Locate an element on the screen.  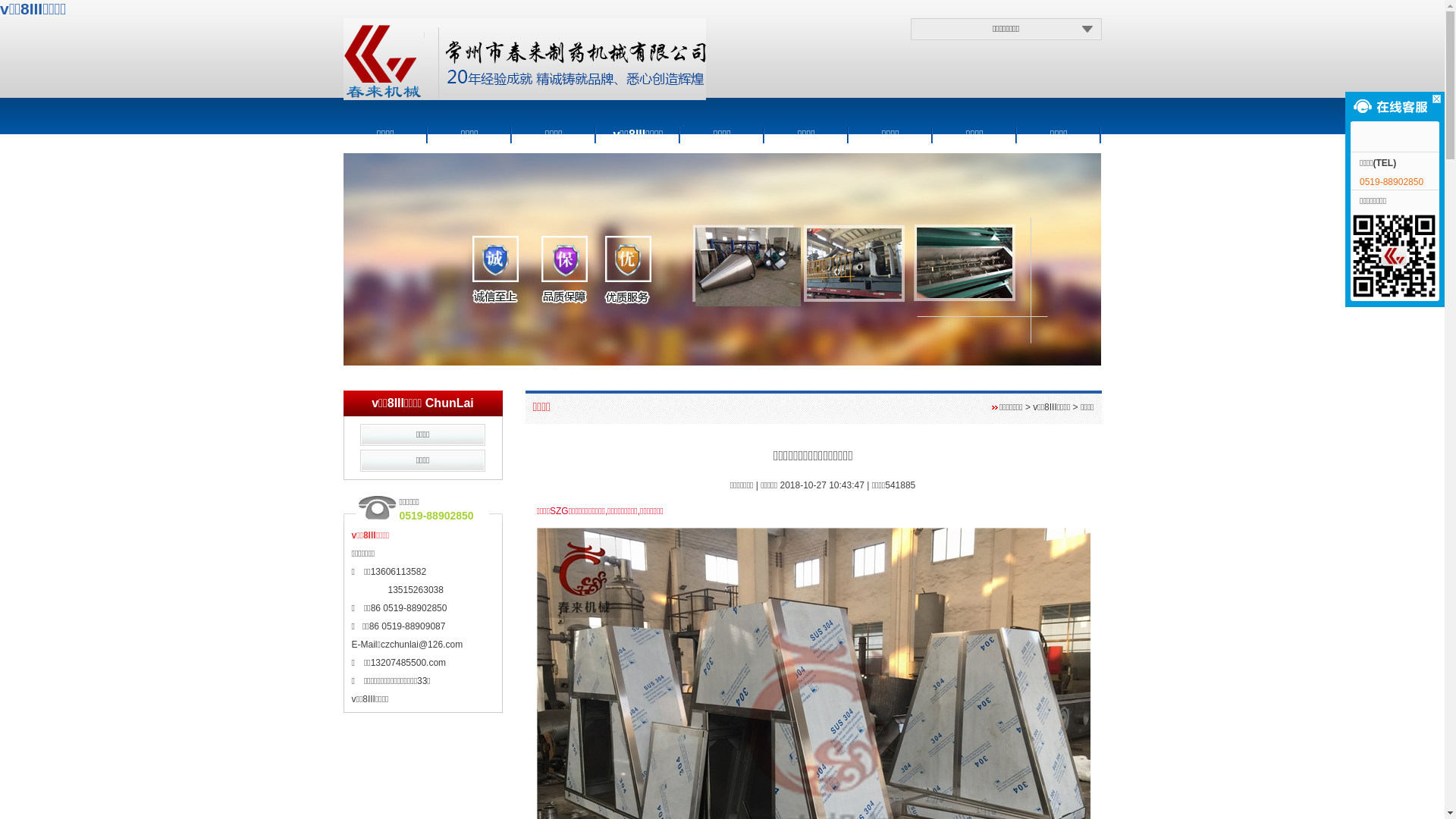
'13207485500.com' is located at coordinates (371, 662).